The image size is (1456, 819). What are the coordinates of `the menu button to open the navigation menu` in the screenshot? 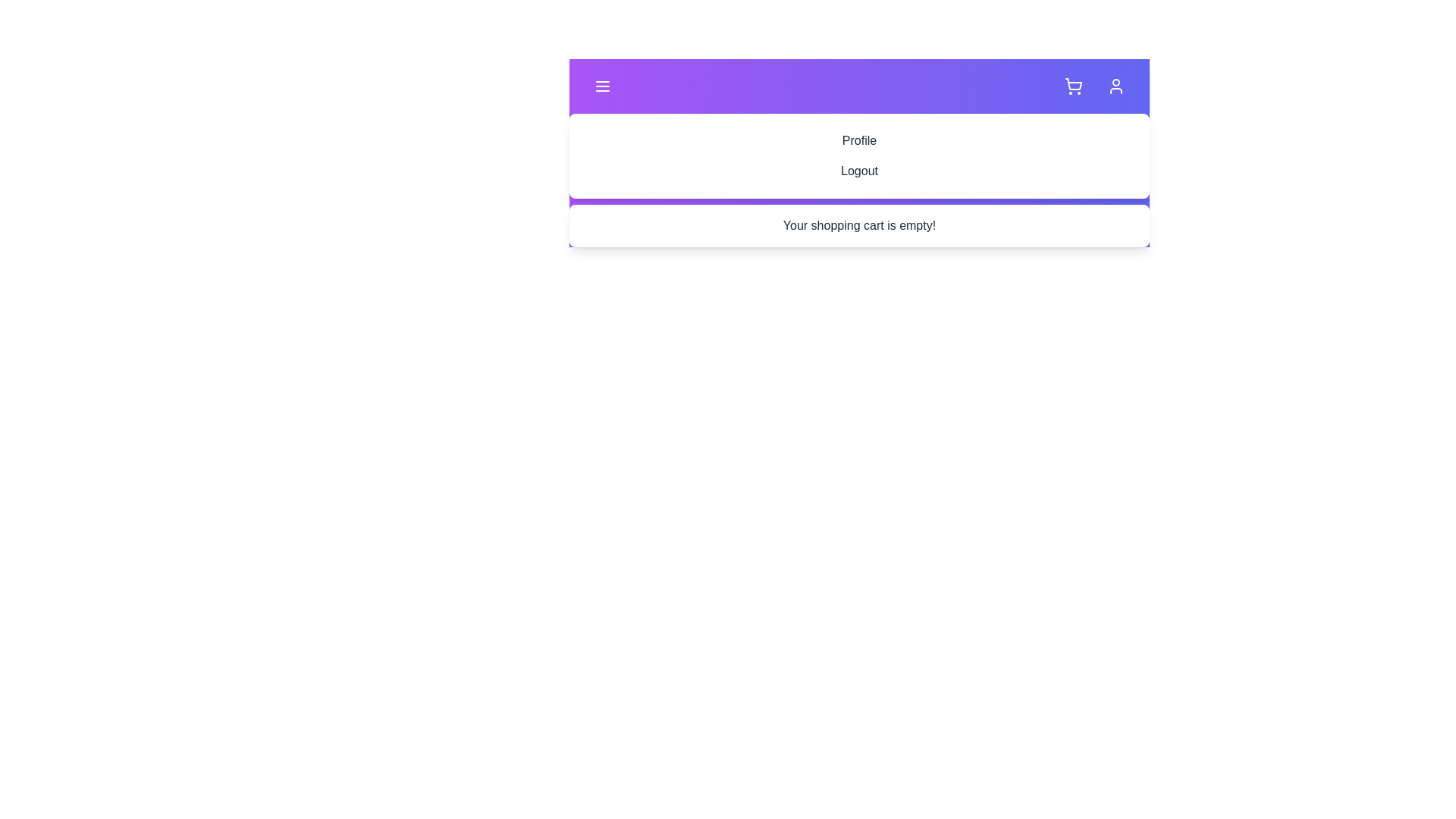 It's located at (602, 86).